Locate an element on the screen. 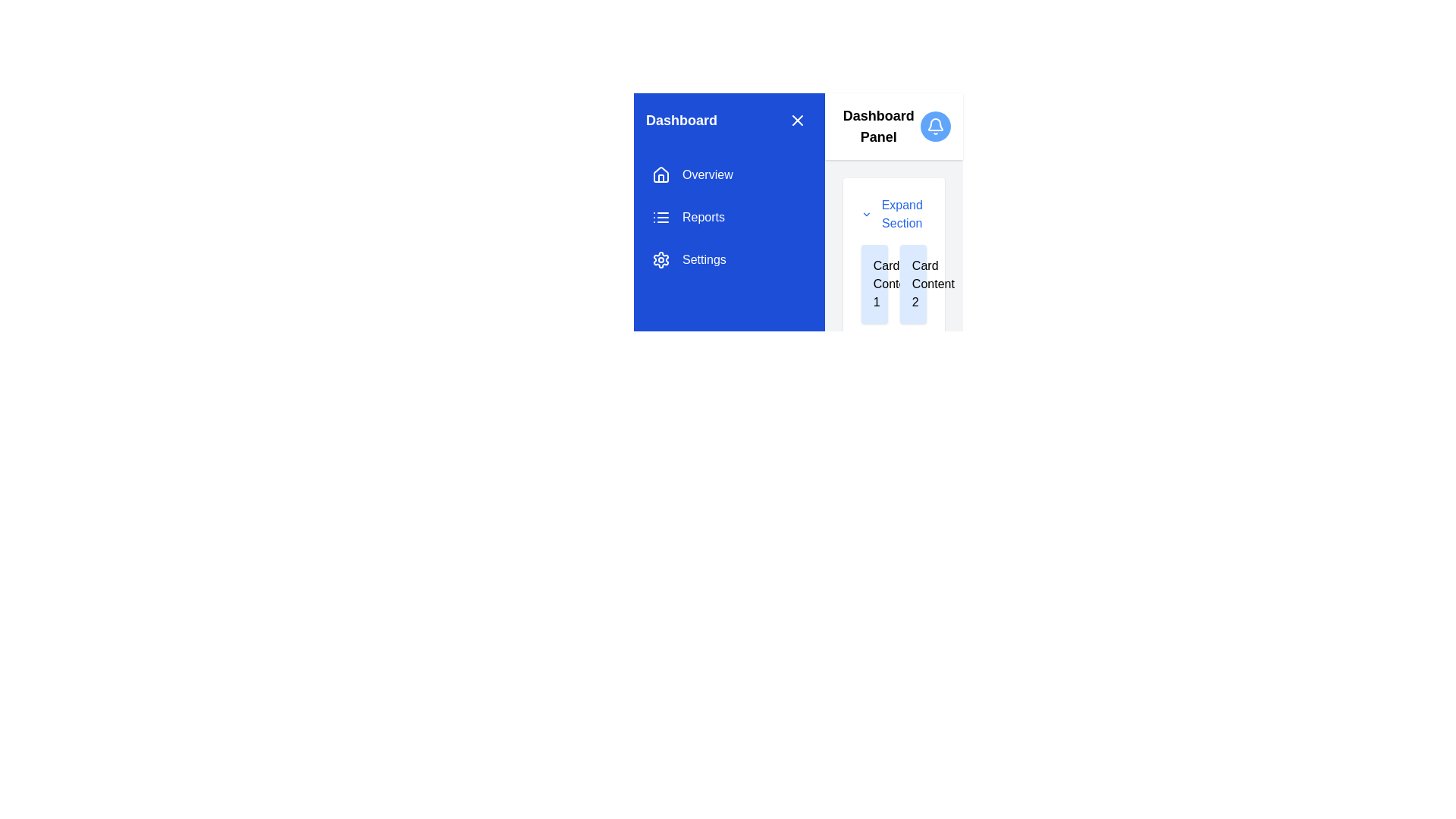 Image resolution: width=1456 pixels, height=819 pixels. the 'Expand Section' button, which features a downward-pointing chevron icon on the left and bold blue text on the right is located at coordinates (893, 214).